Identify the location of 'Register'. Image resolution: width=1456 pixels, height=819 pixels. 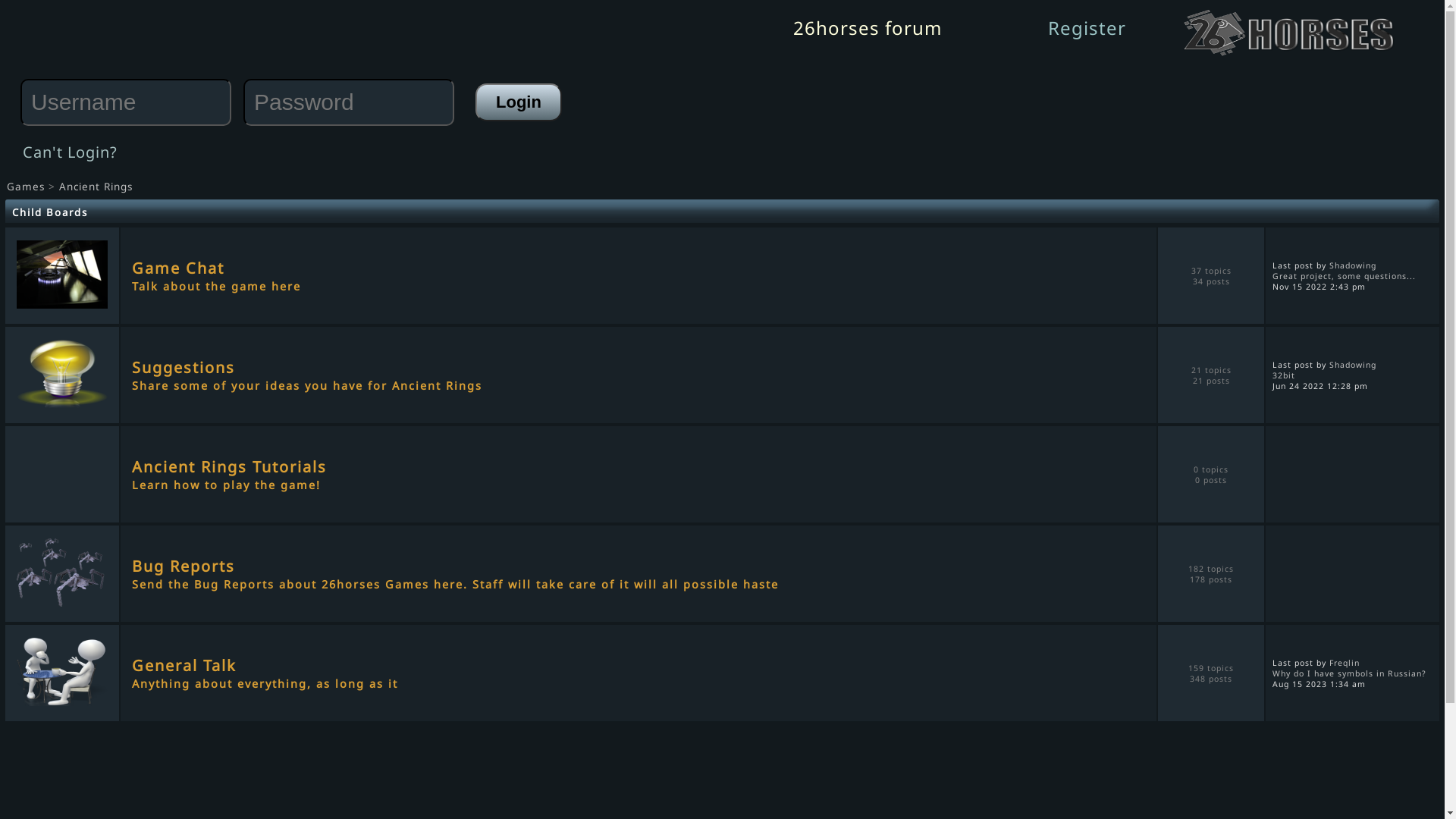
(1047, 27).